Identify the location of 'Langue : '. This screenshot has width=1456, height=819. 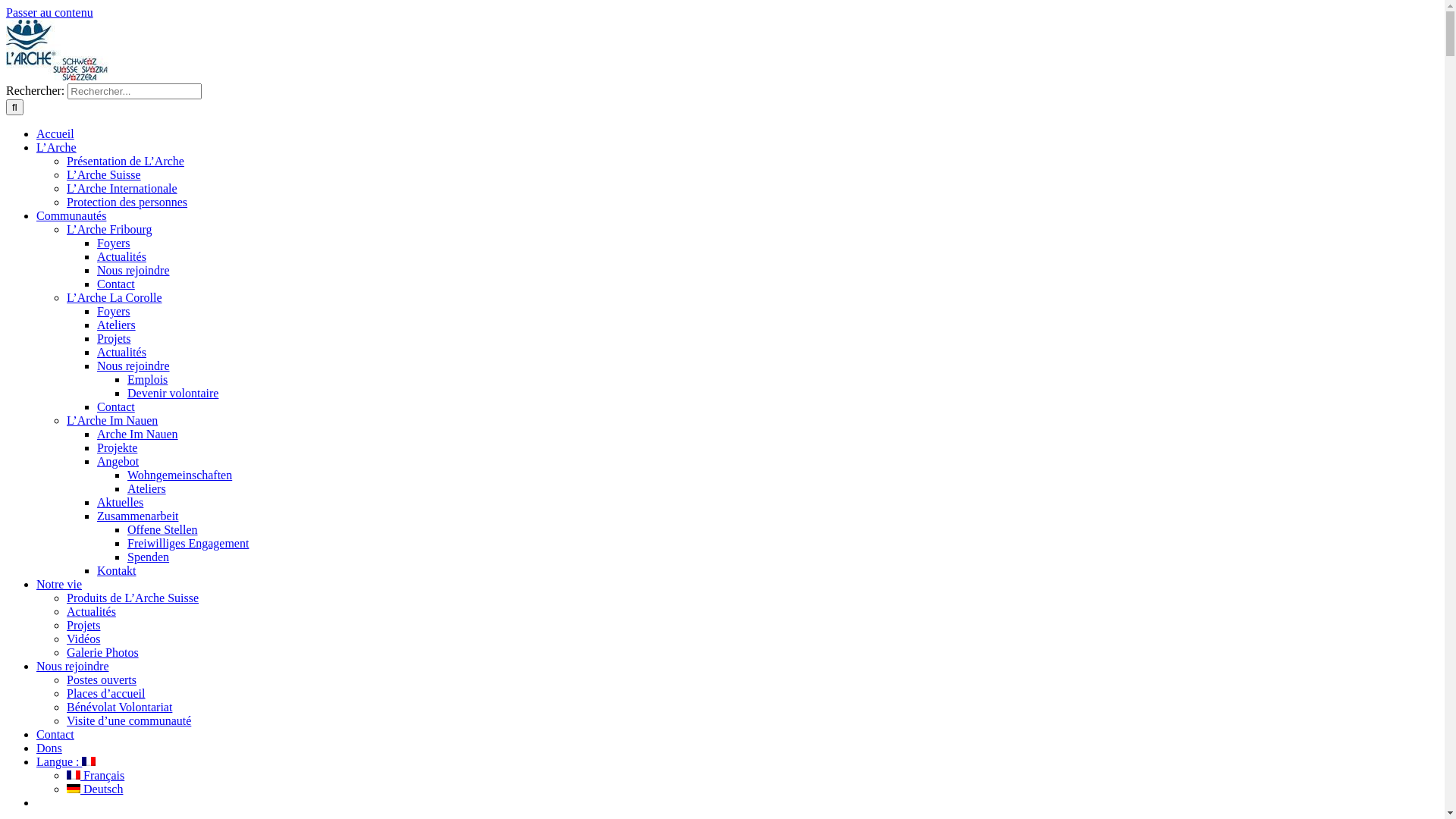
(36, 761).